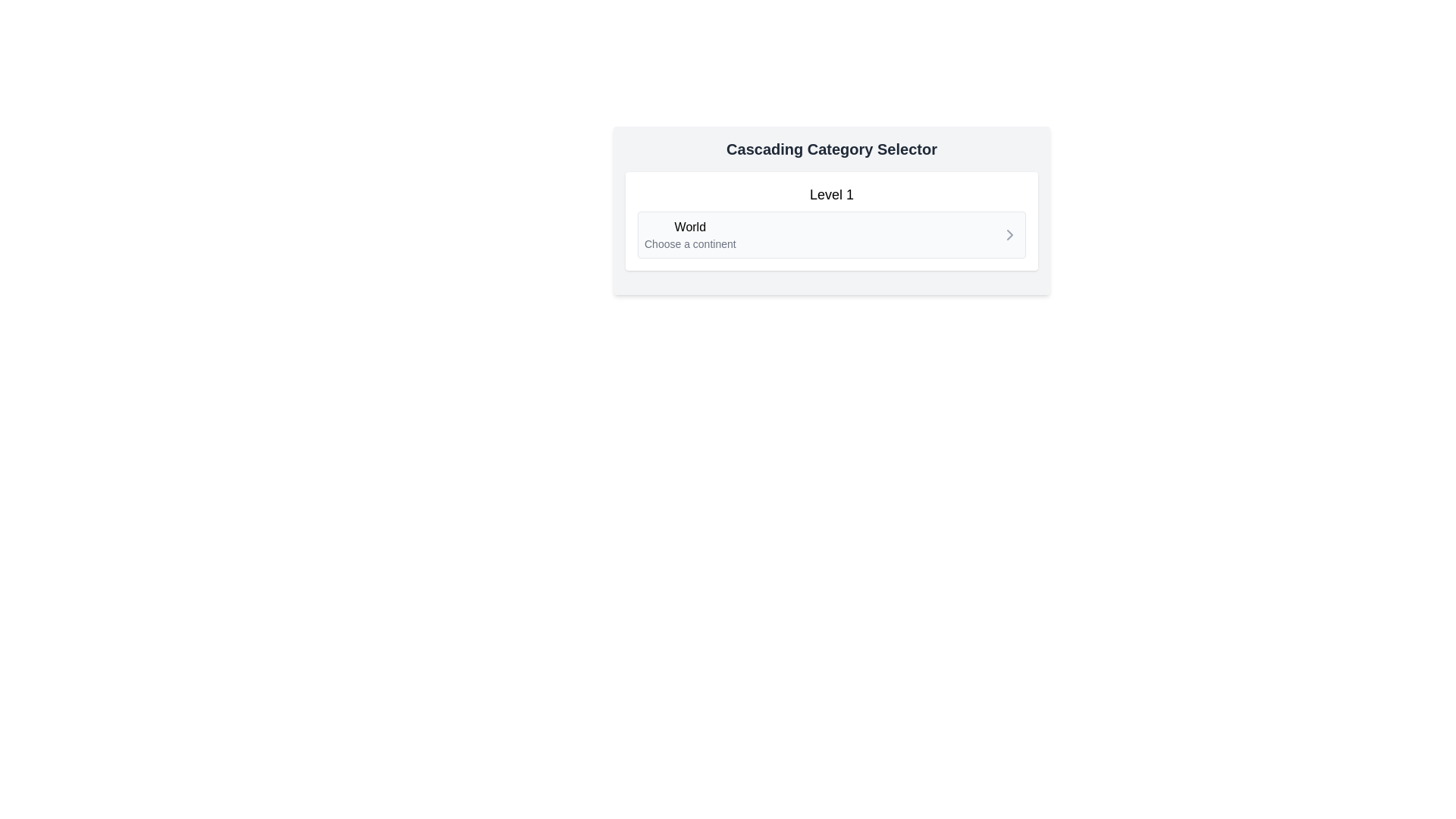  What do you see at coordinates (1009, 234) in the screenshot?
I see `the right-chevron SVG icon, which is positioned within the 'World' row of the cascading category selector interface, to check for potential visual feedback` at bounding box center [1009, 234].